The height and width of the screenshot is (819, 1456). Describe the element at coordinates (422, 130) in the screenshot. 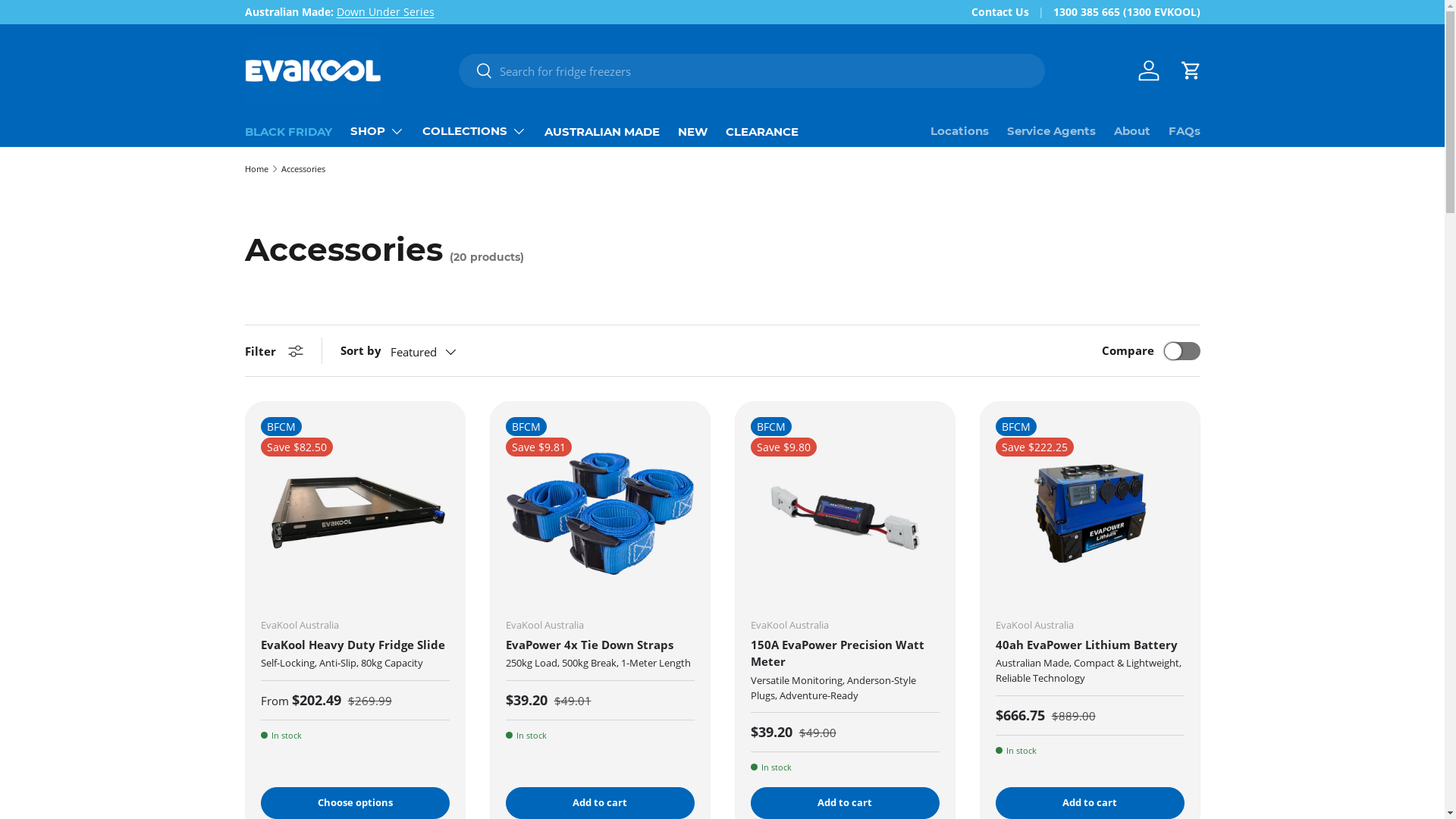

I see `'COLLECTIONS'` at that location.